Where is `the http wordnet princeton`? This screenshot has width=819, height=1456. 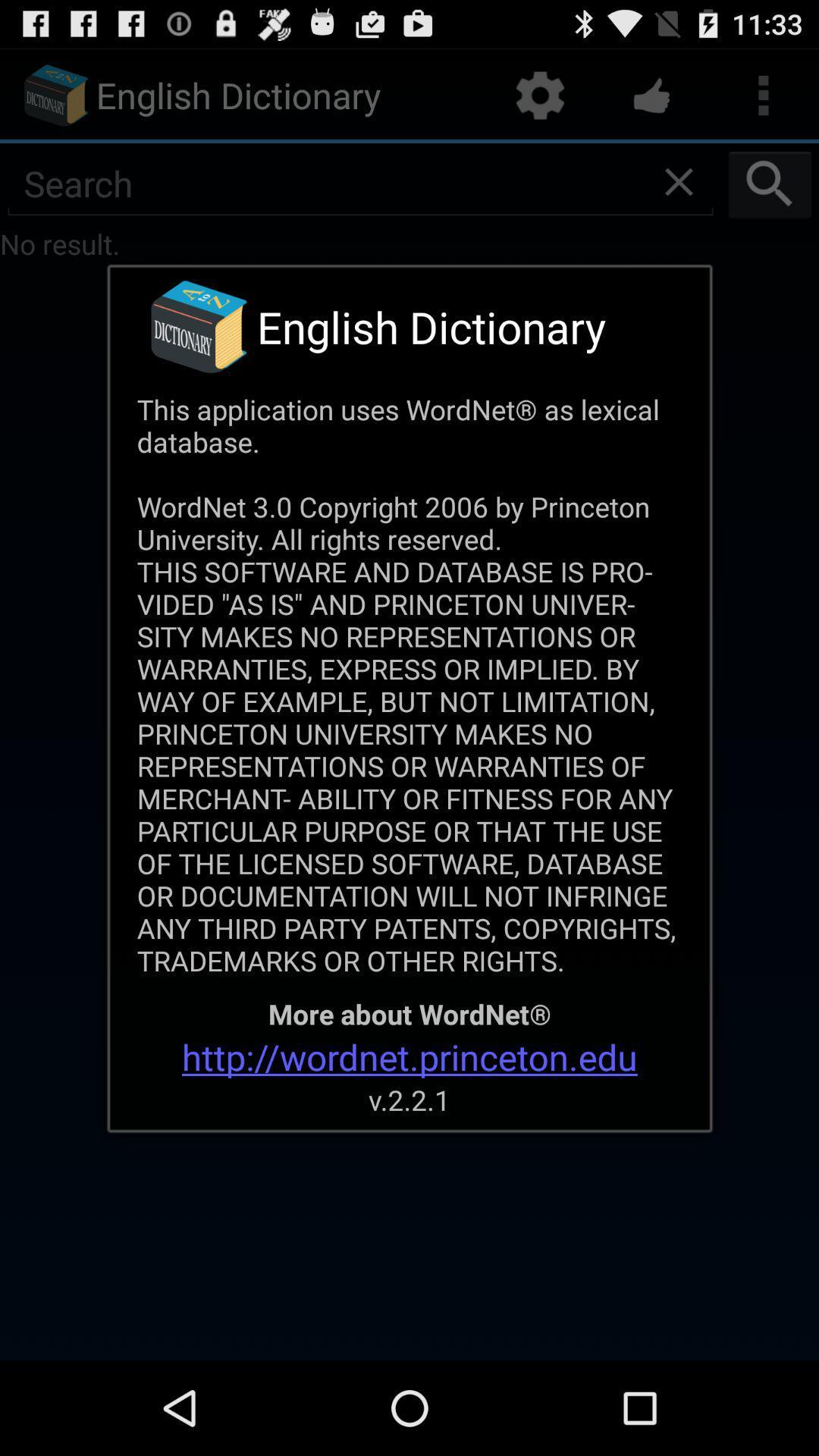
the http wordnet princeton is located at coordinates (409, 1056).